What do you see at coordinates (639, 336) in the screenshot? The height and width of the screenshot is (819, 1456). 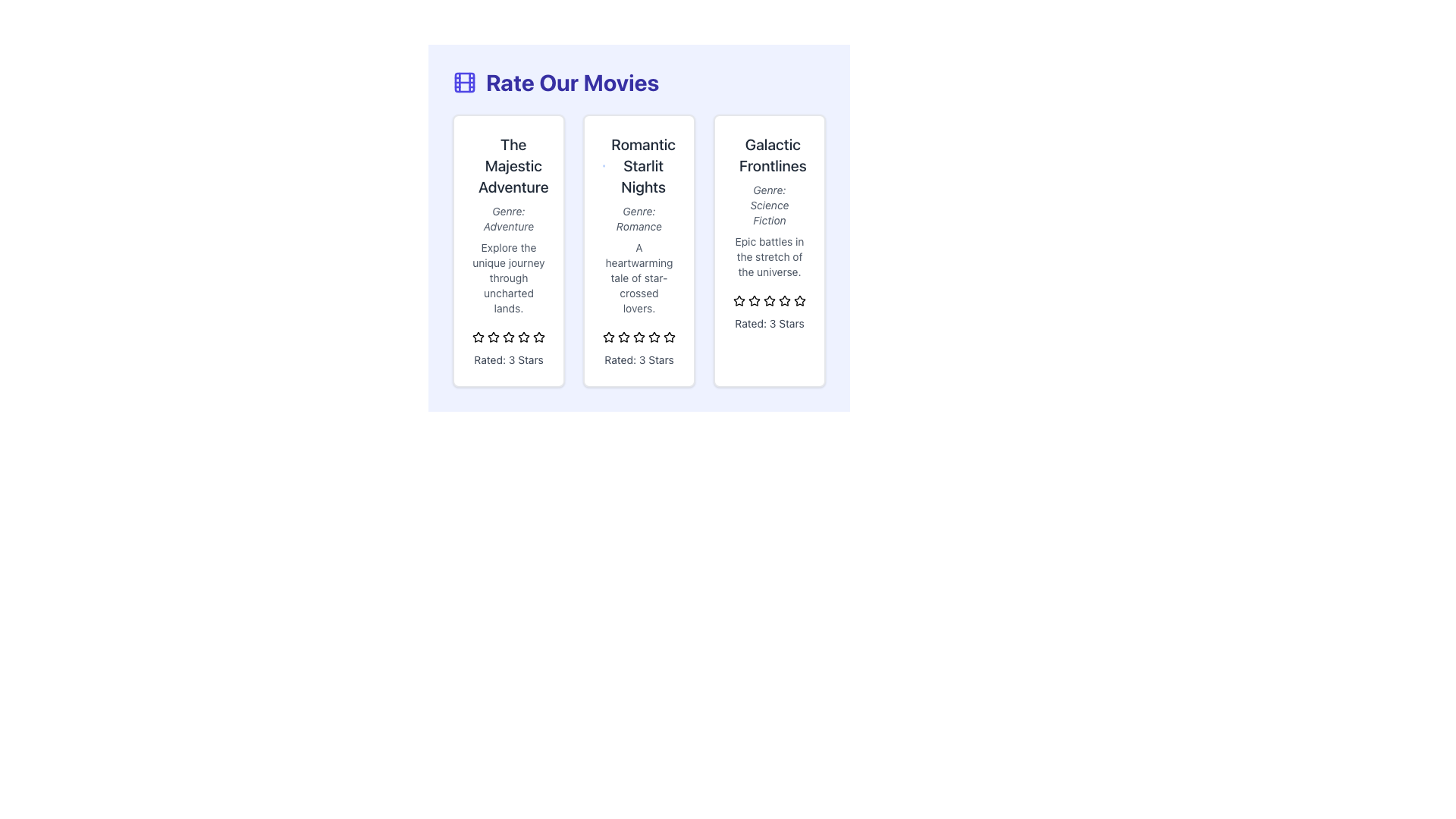 I see `the current state of the fifth star icon in the 'Romantic Starlit Nights' section, which contributes to the rating display` at bounding box center [639, 336].